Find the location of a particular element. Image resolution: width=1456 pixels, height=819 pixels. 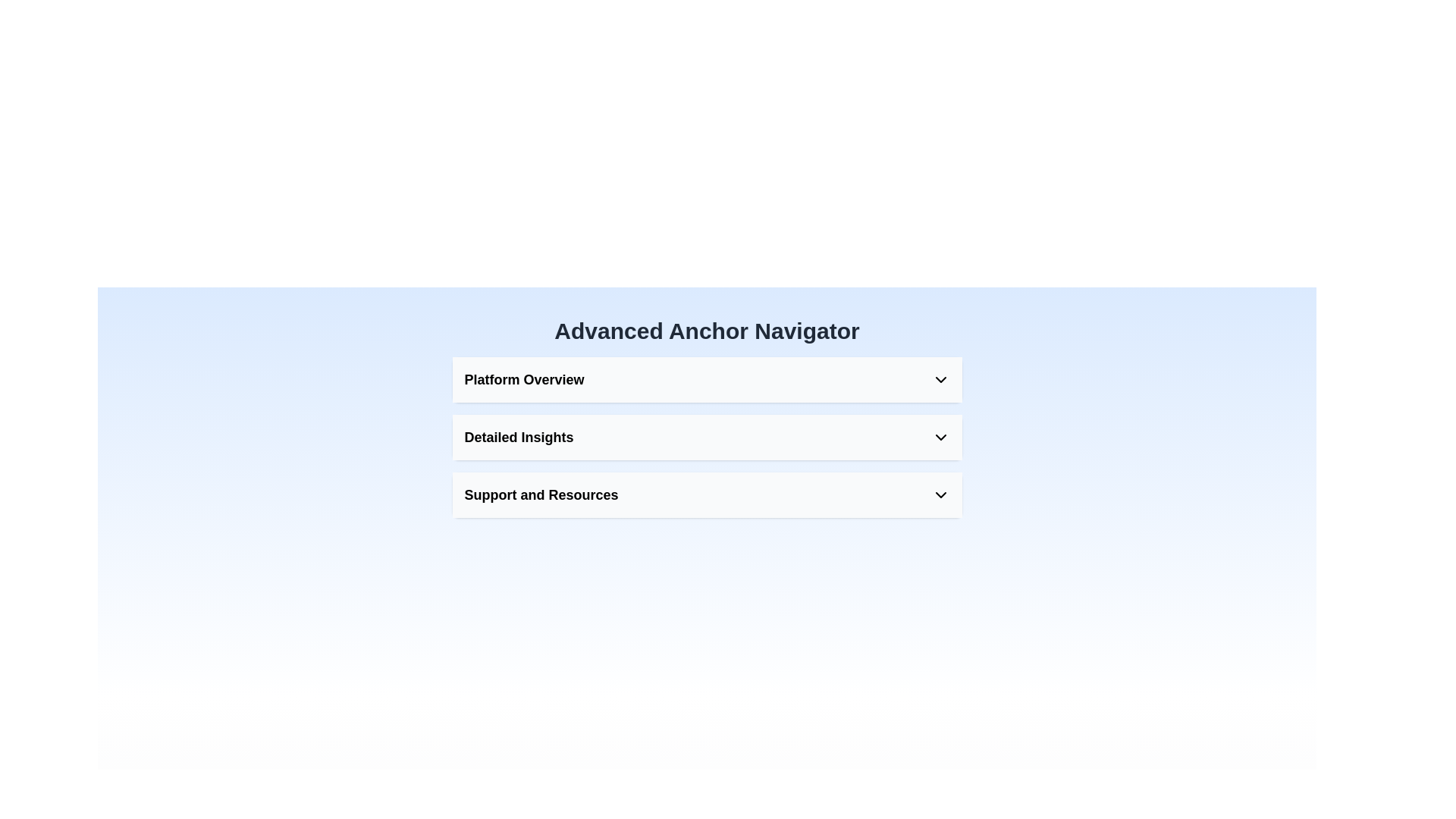

the downward-pointing chevron icon at the right end of the 'Support and Resources' heading is located at coordinates (940, 494).